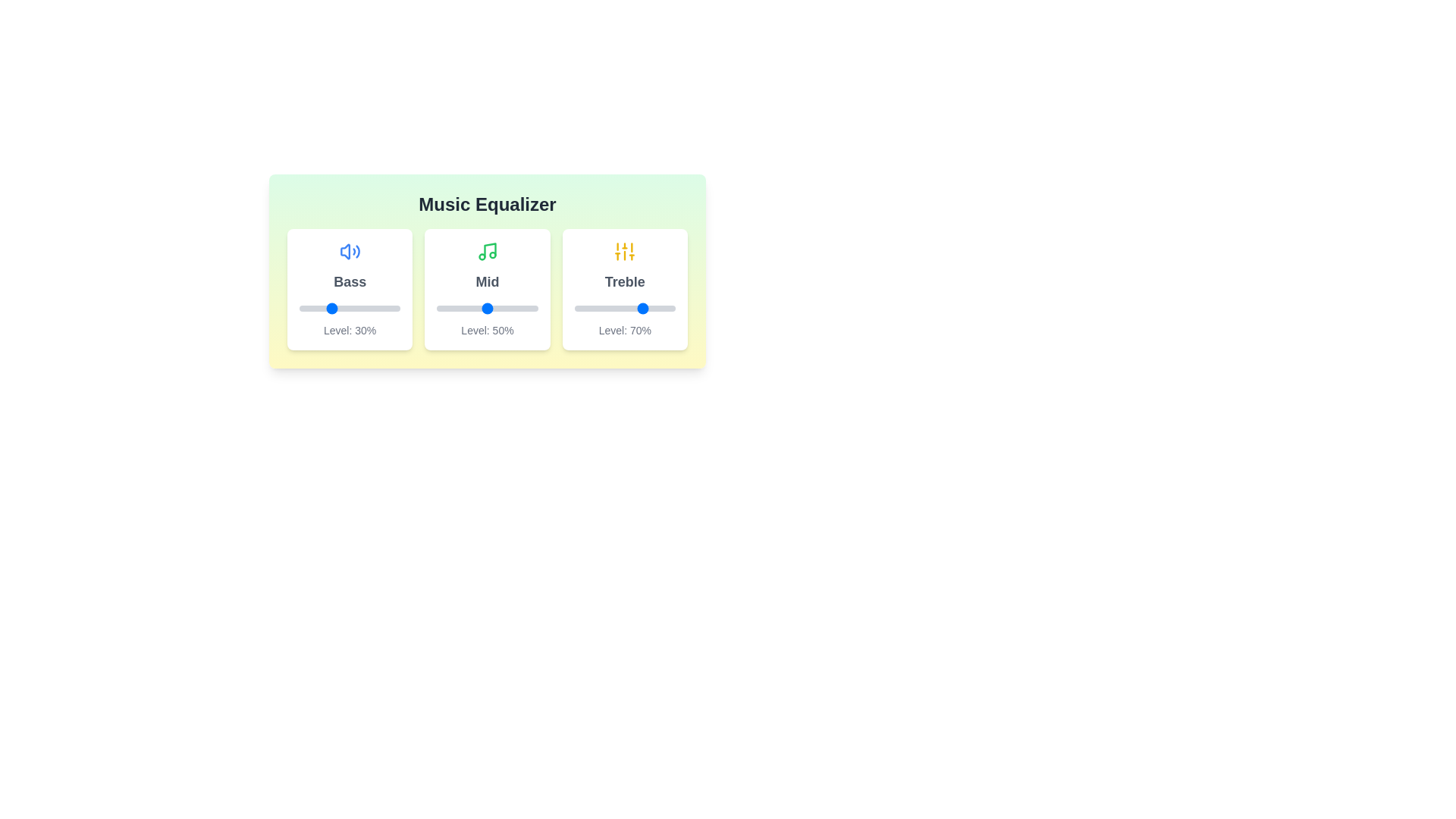 The height and width of the screenshot is (819, 1456). What do you see at coordinates (643, 308) in the screenshot?
I see `the Treble slider to set its value to 68` at bounding box center [643, 308].